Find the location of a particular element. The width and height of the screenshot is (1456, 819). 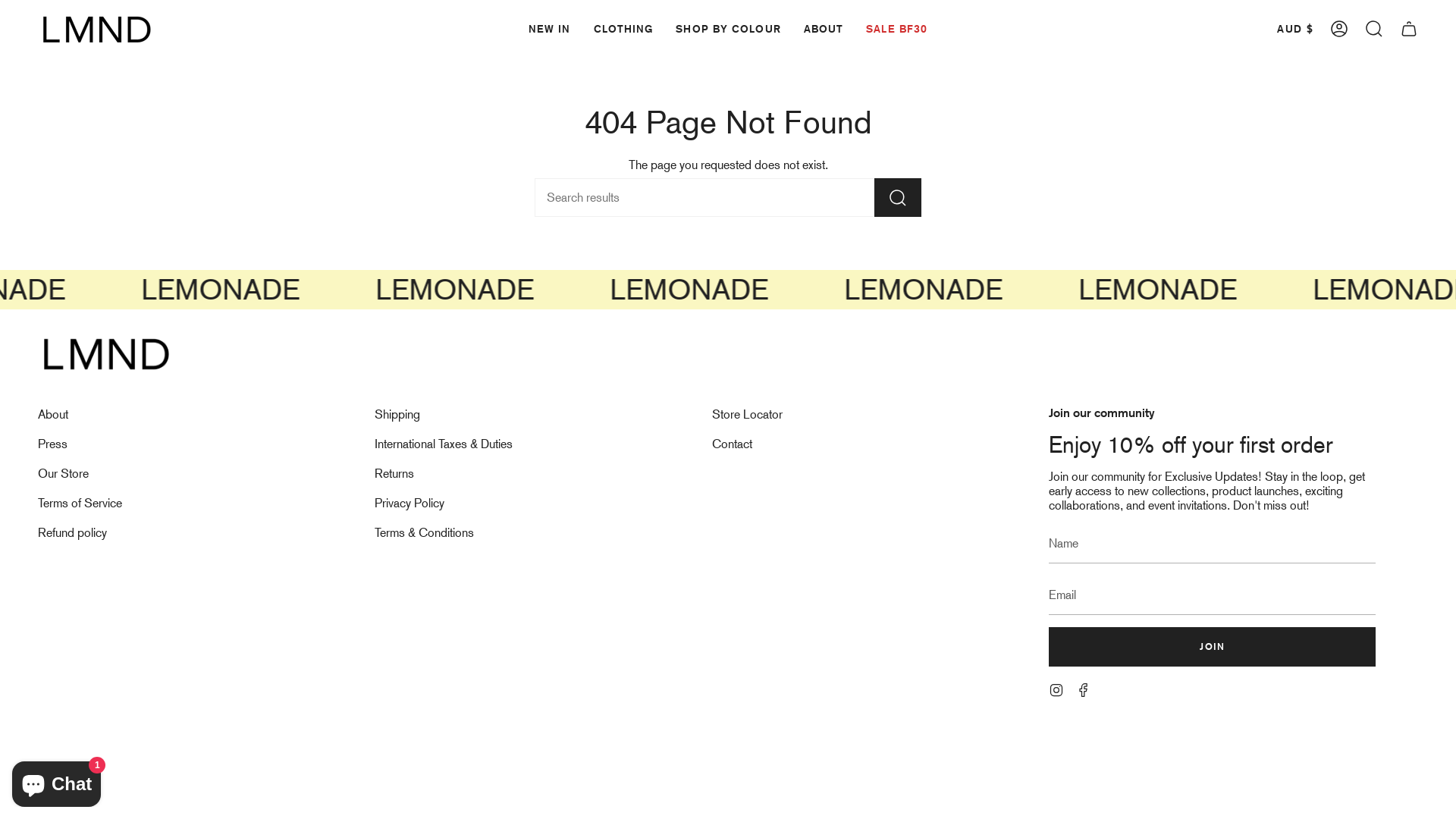

'ABOUT' is located at coordinates (823, 29).